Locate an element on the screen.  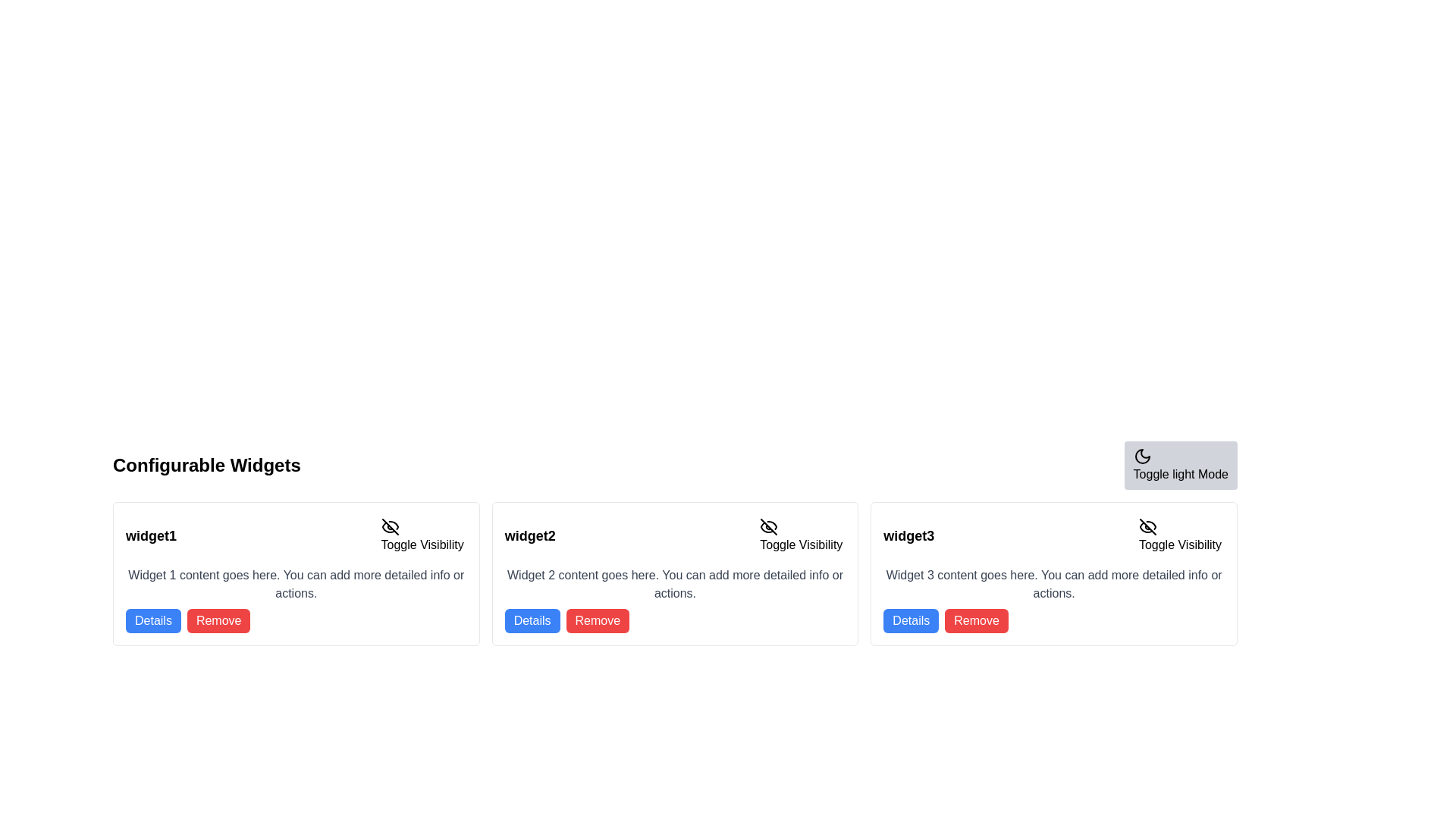
the delete button for 'widget1' using keyboard navigation is located at coordinates (218, 620).